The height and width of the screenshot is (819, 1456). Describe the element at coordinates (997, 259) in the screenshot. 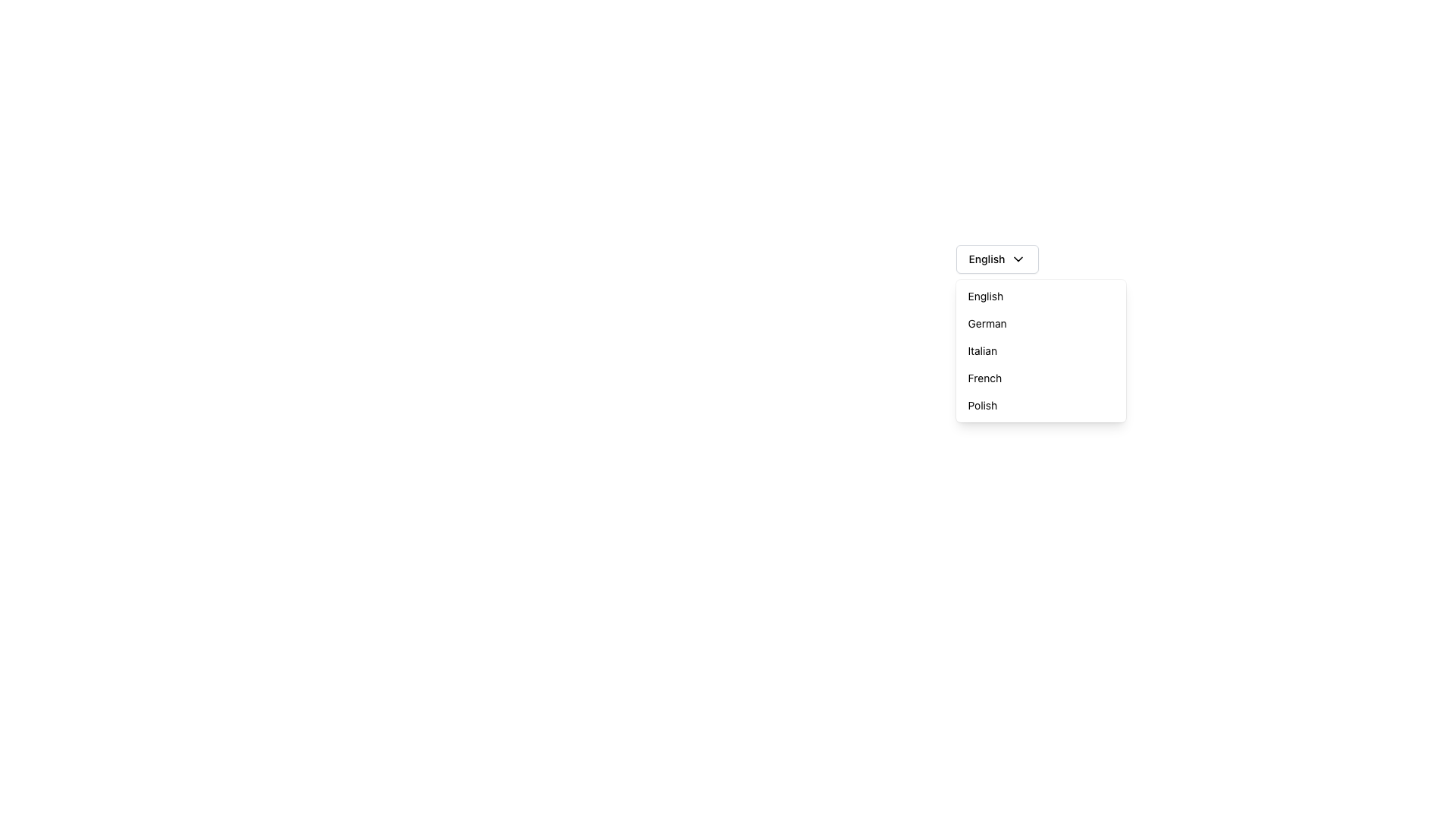

I see `the dropdown menu labeled 'English' with a downward-facing arrow located in the top-right region of the modal` at that location.